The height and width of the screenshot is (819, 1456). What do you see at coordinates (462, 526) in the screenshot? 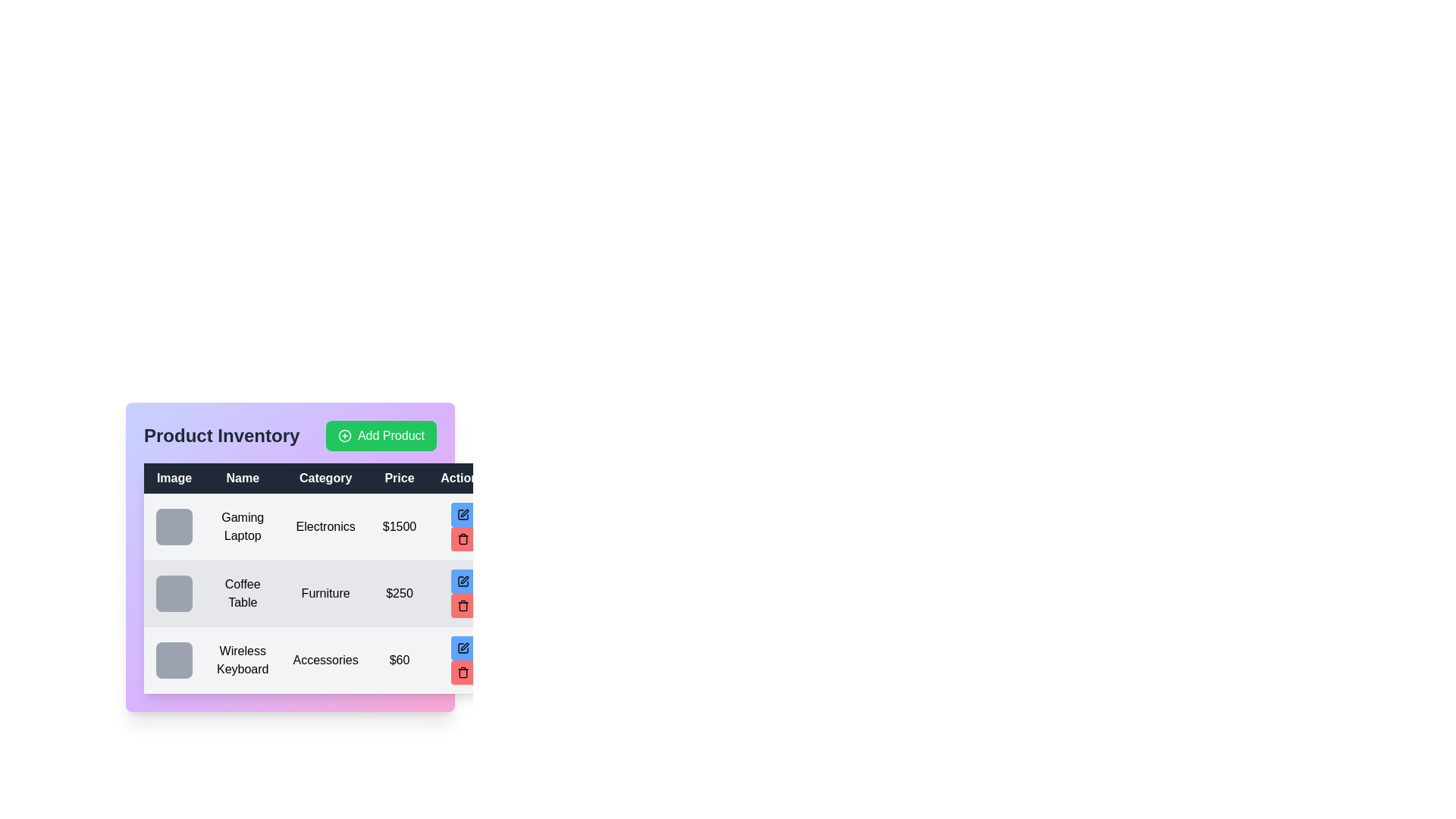
I see `the delete button in the last column of the table row corresponding to the 'Gaming Laptop' product entry, located beneath the blue edit button` at bounding box center [462, 526].